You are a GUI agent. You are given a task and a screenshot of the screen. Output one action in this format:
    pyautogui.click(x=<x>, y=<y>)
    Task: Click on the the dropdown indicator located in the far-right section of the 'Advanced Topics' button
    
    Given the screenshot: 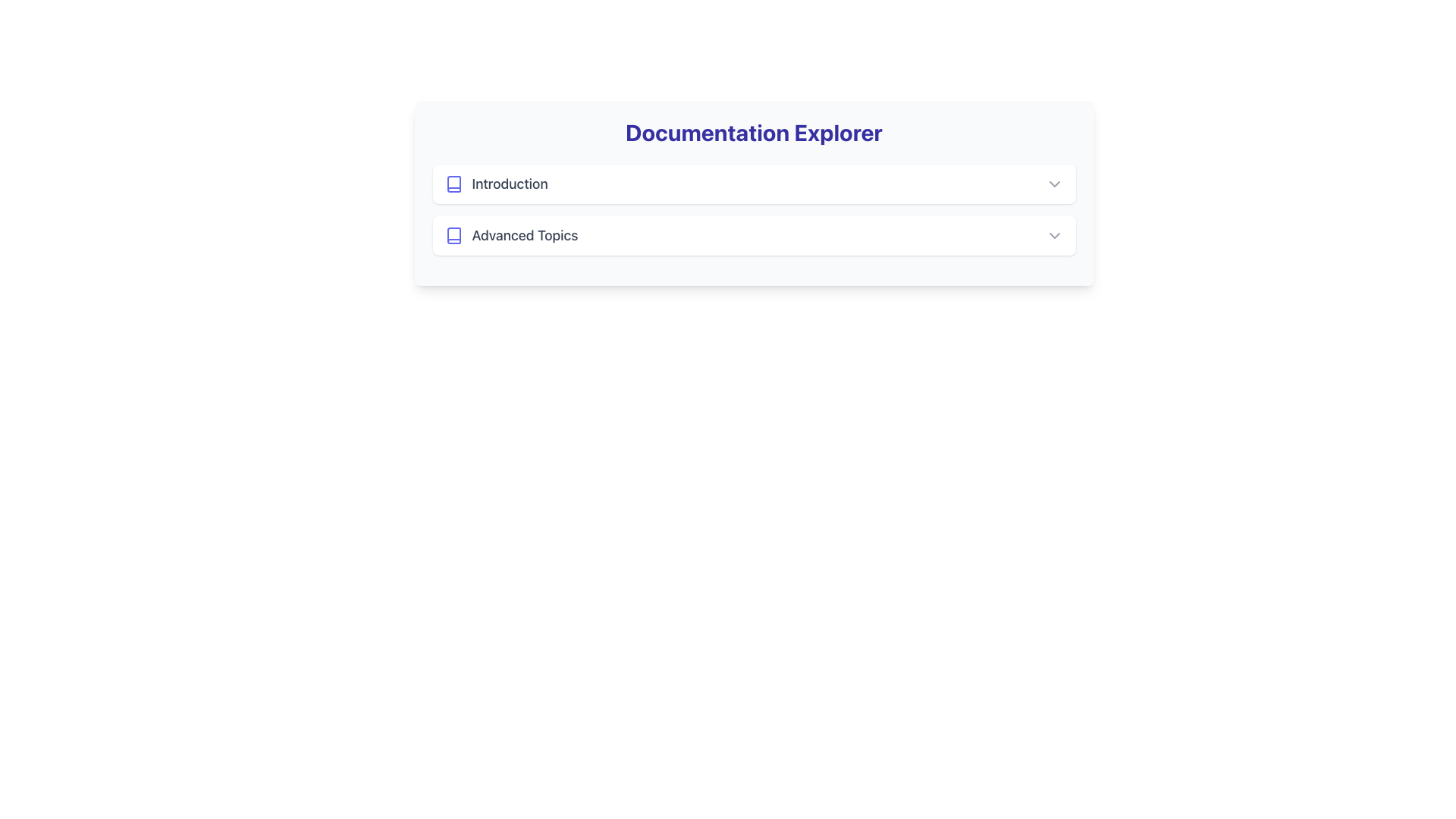 What is the action you would take?
    pyautogui.click(x=1053, y=236)
    